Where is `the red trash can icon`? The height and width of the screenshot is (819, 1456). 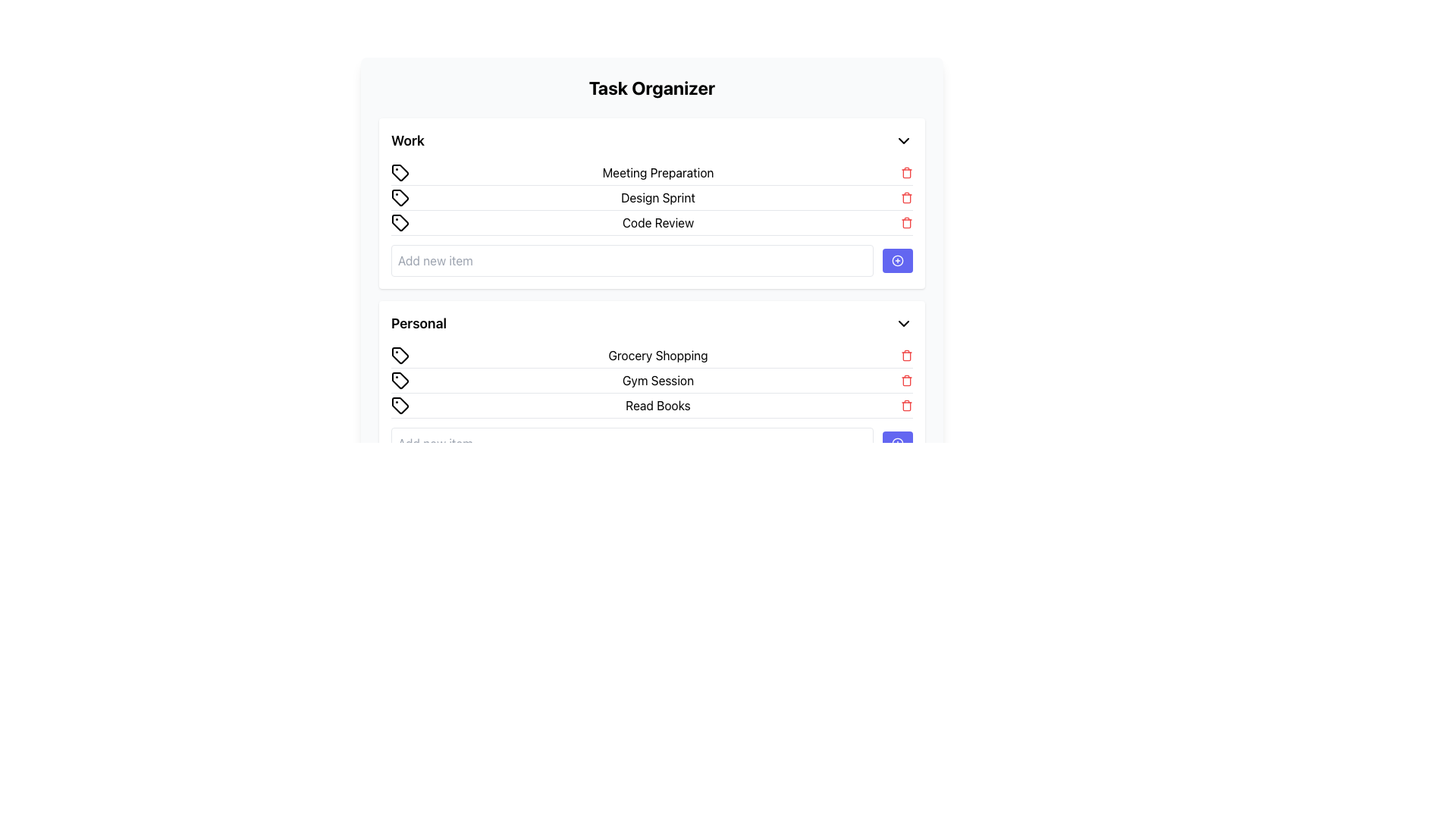 the red trash can icon is located at coordinates (906, 379).